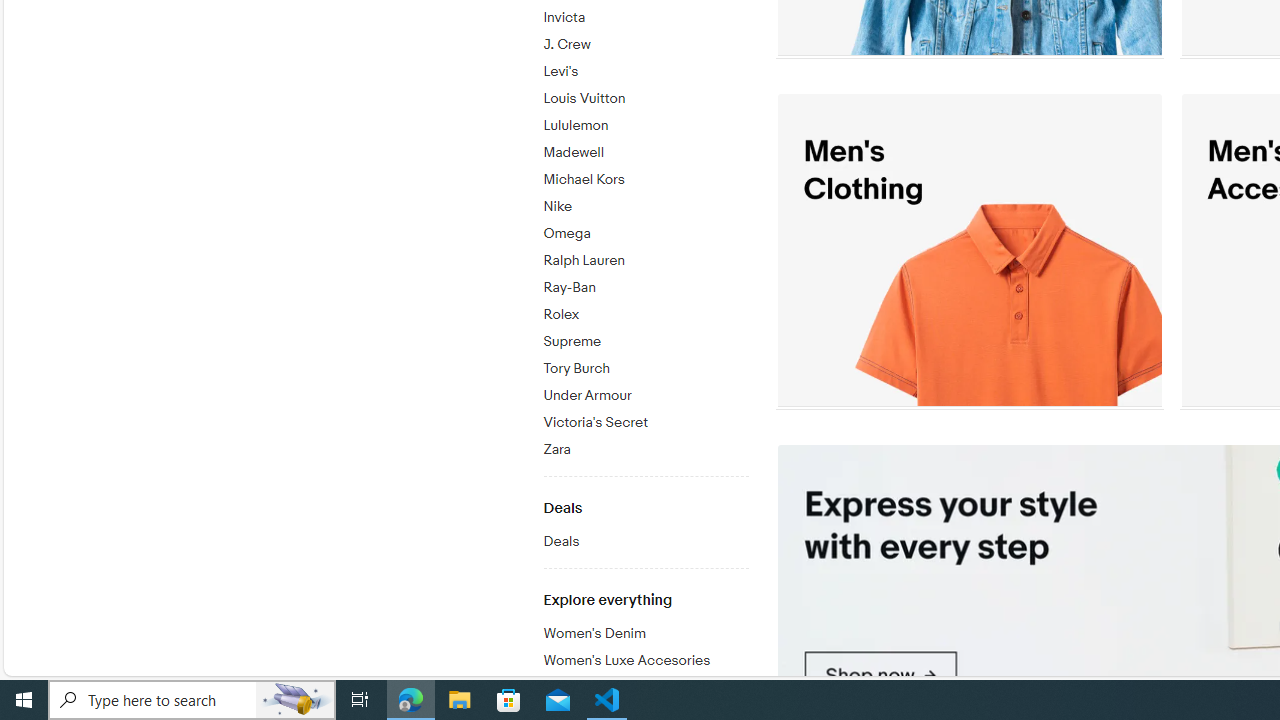 The image size is (1280, 720). I want to click on 'Under Armour', so click(645, 392).